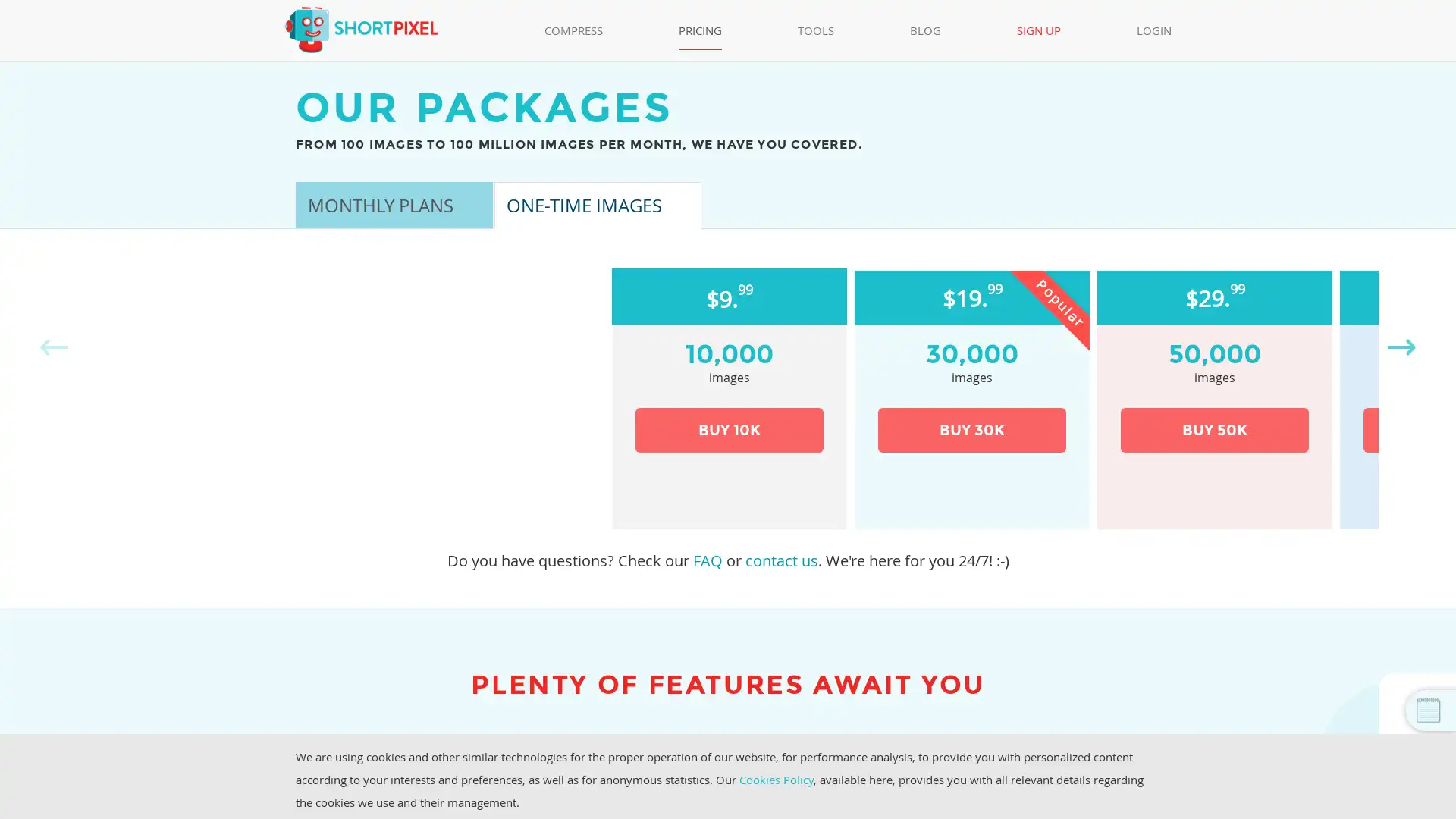 The image size is (1456, 819). Describe the element at coordinates (971, 430) in the screenshot. I see `BUY 30K` at that location.